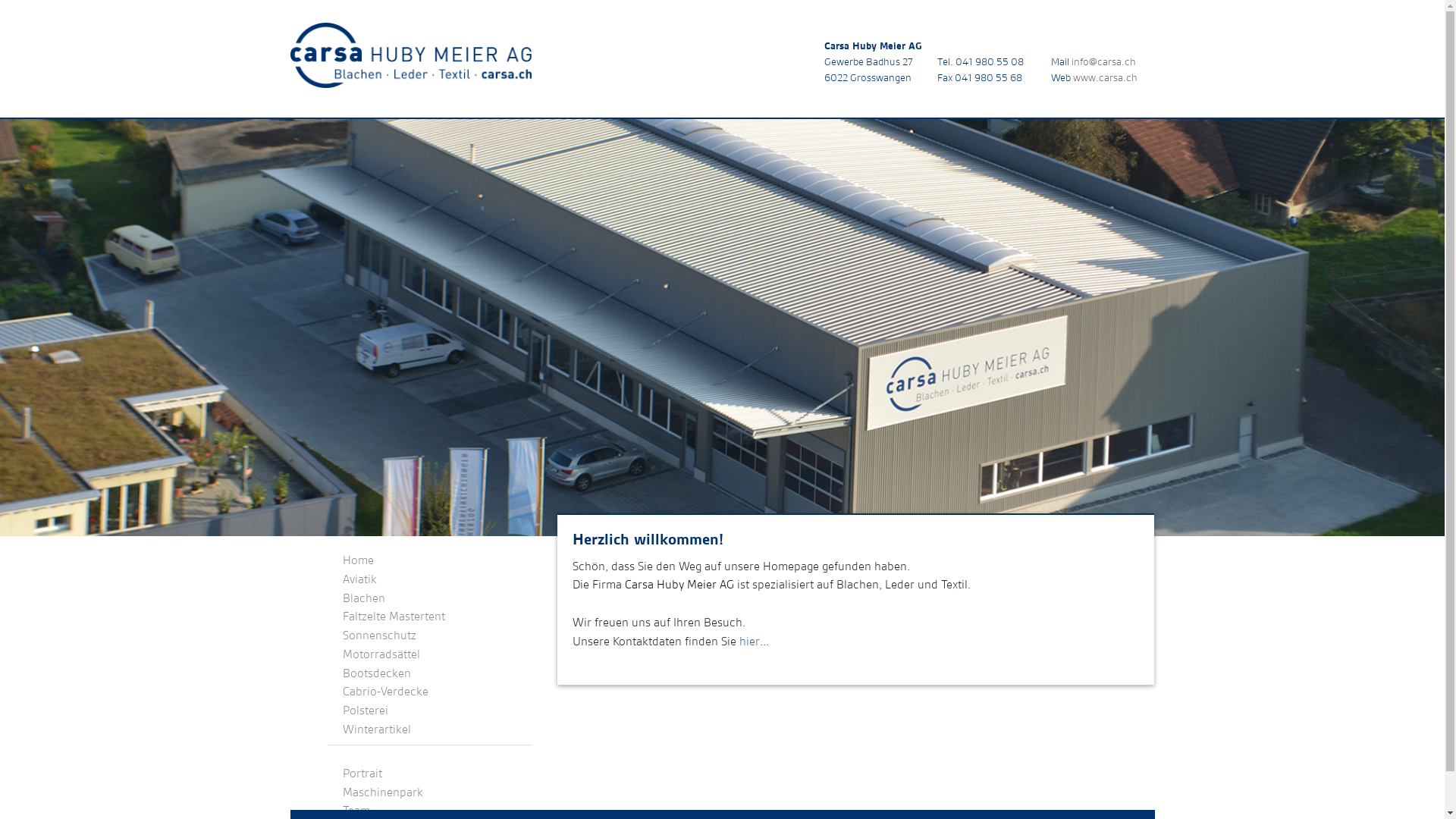 The width and height of the screenshot is (1456, 819). What do you see at coordinates (394, 616) in the screenshot?
I see `'Faltzelte Mastertent'` at bounding box center [394, 616].